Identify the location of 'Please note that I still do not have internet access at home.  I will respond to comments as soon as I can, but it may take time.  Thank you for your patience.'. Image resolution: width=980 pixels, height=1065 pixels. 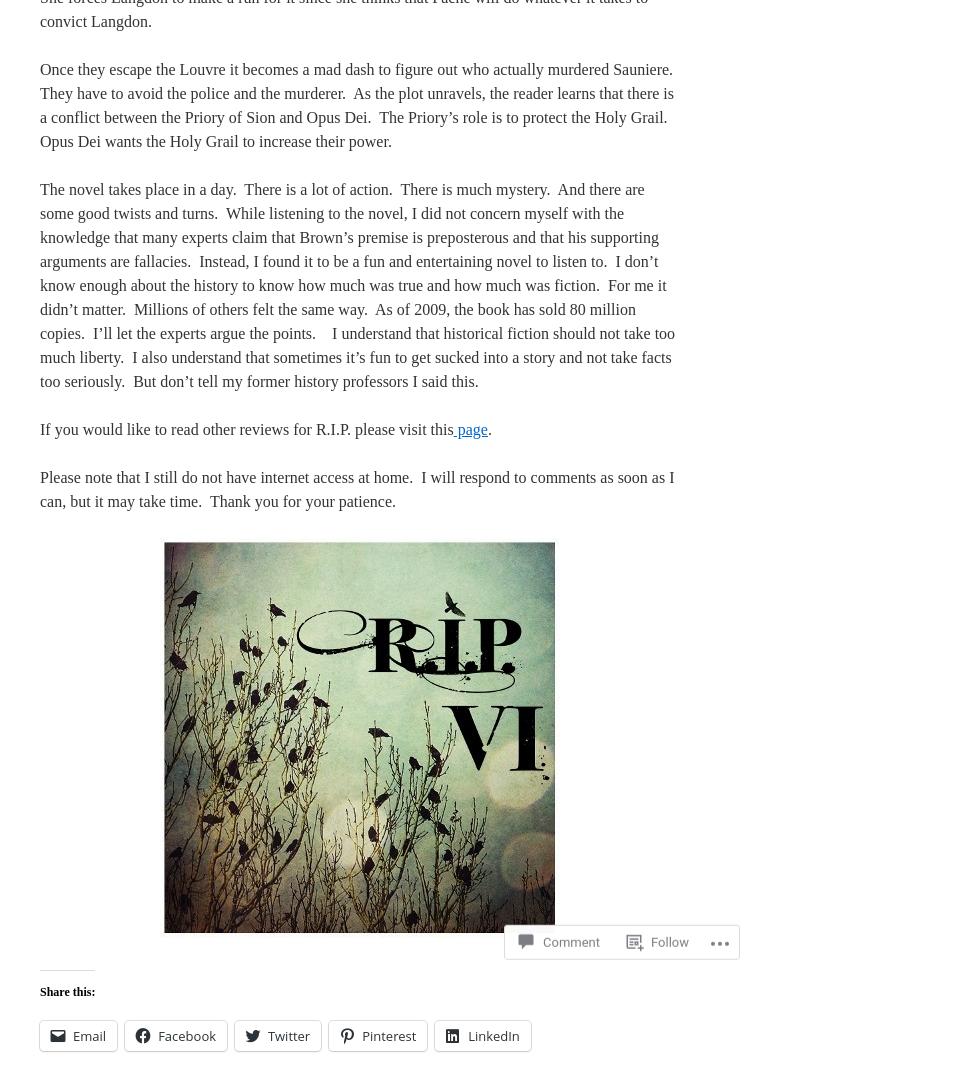
(39, 488).